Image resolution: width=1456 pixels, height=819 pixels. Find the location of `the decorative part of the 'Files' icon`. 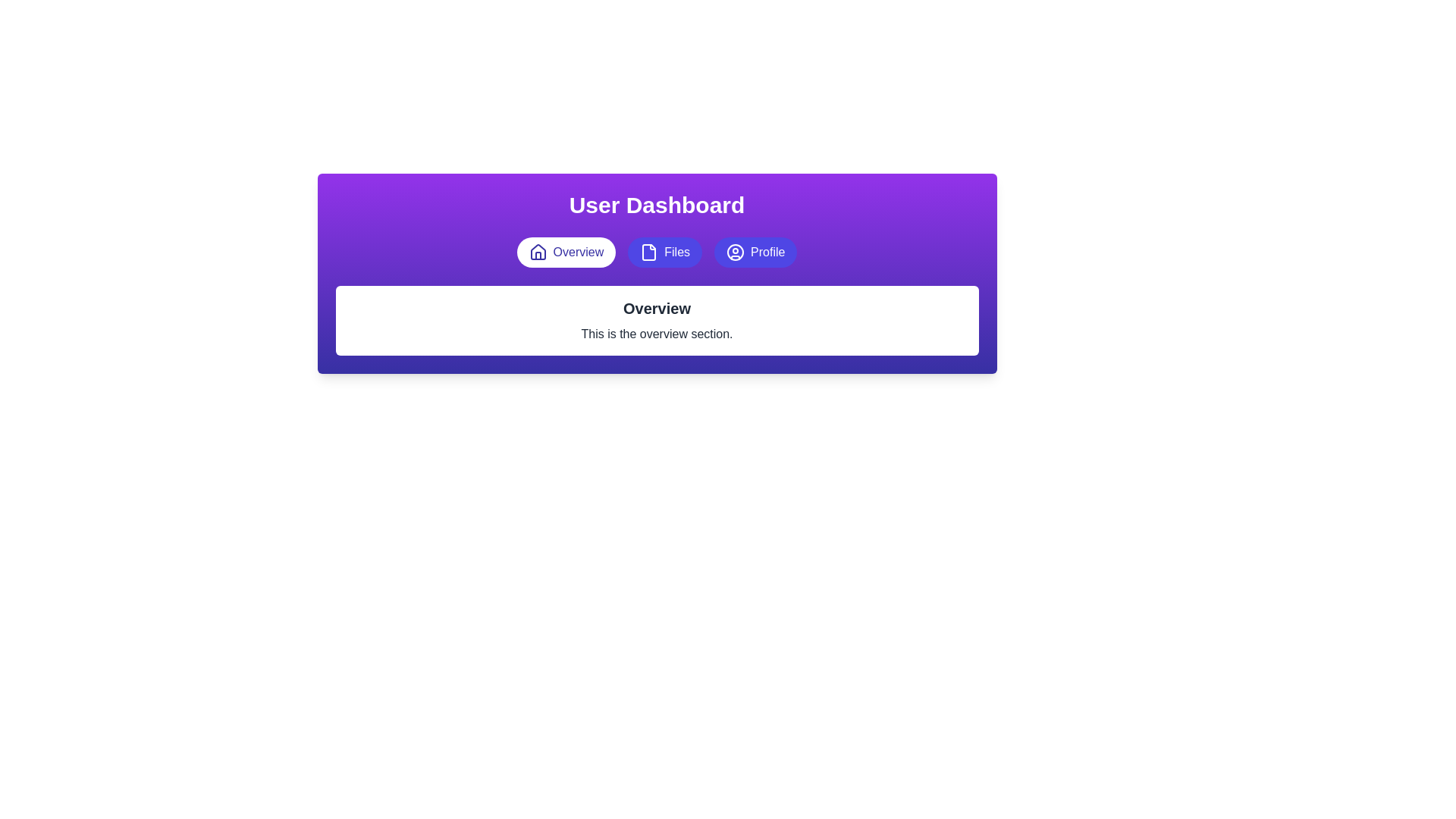

the decorative part of the 'Files' icon is located at coordinates (649, 251).